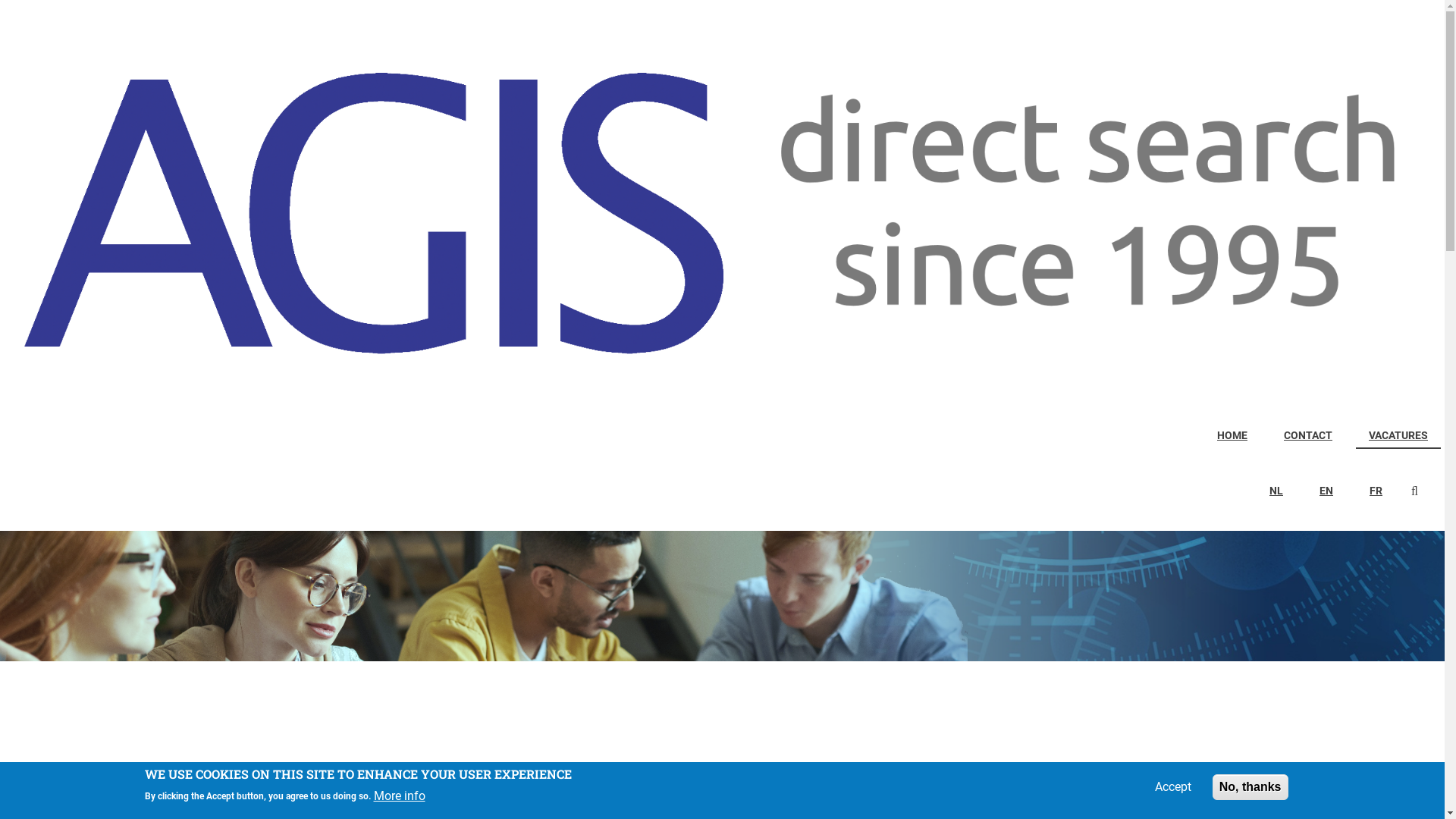 This screenshot has width=1456, height=819. What do you see at coordinates (1417, 493) in the screenshot?
I see `'Search'` at bounding box center [1417, 493].